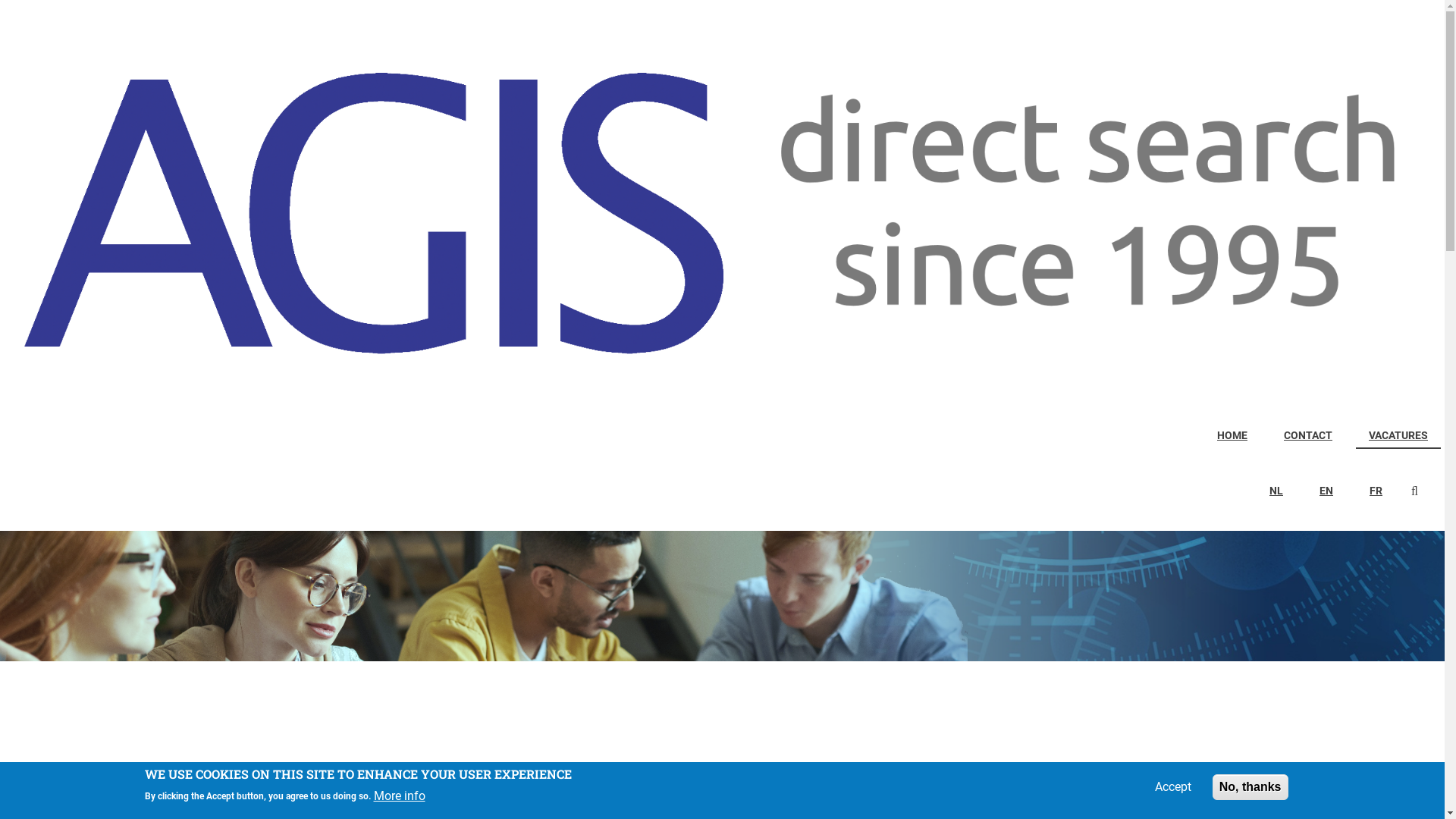 This screenshot has width=1456, height=819. What do you see at coordinates (1417, 493) in the screenshot?
I see `'Search'` at bounding box center [1417, 493].